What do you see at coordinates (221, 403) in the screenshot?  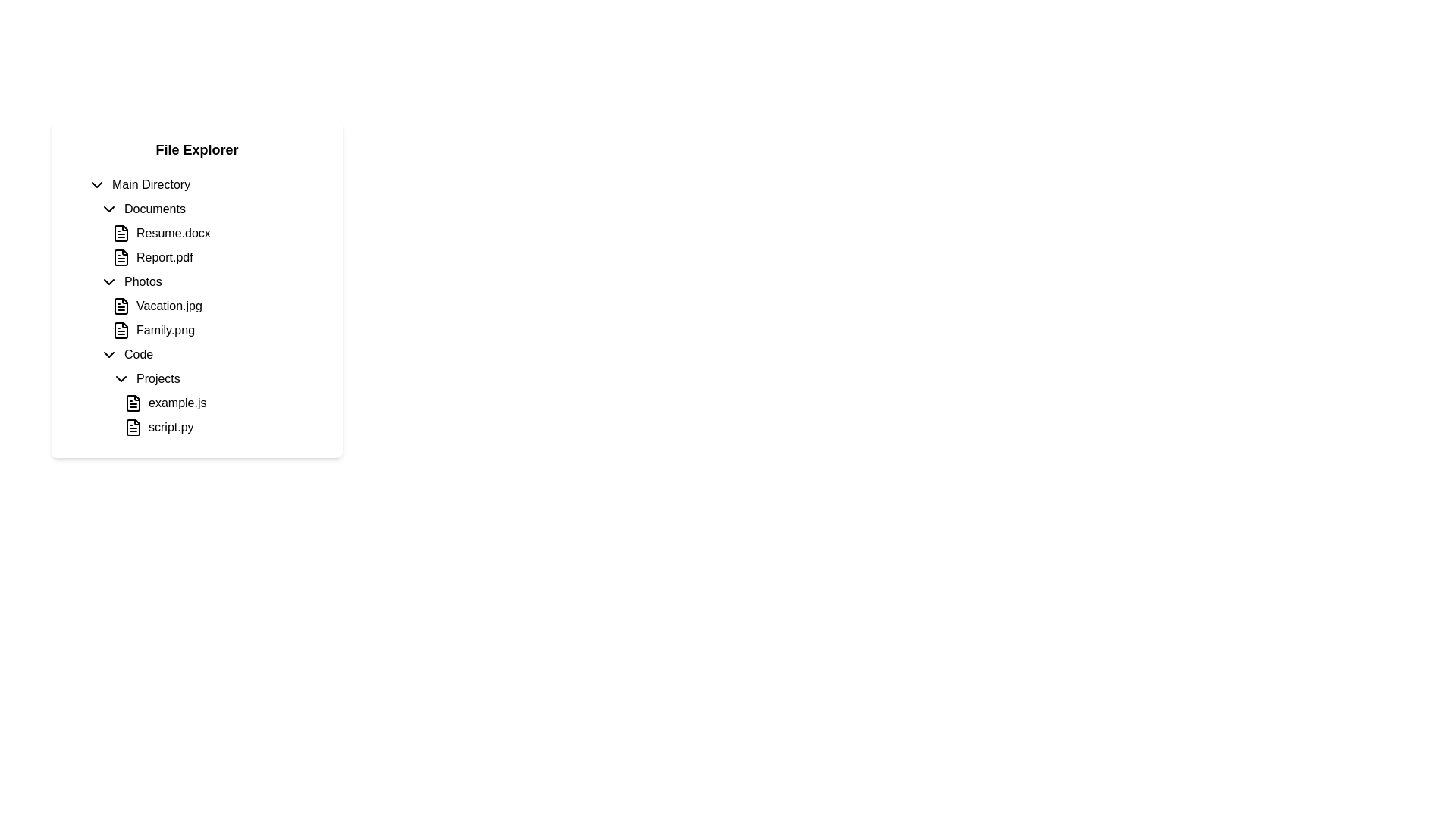 I see `the 'example.js' file entry in the file explorer` at bounding box center [221, 403].